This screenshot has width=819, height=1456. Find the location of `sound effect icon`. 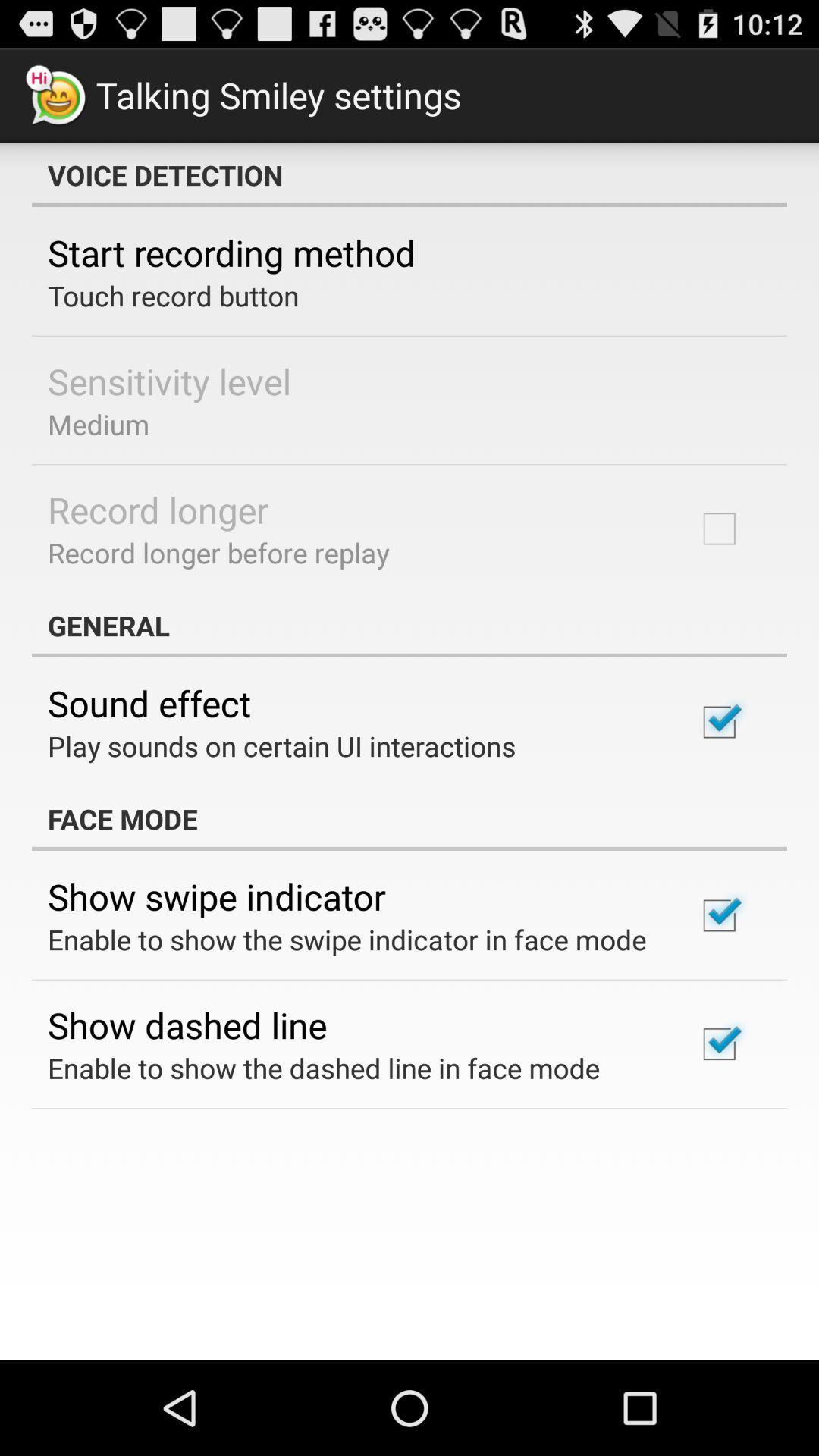

sound effect icon is located at coordinates (149, 702).